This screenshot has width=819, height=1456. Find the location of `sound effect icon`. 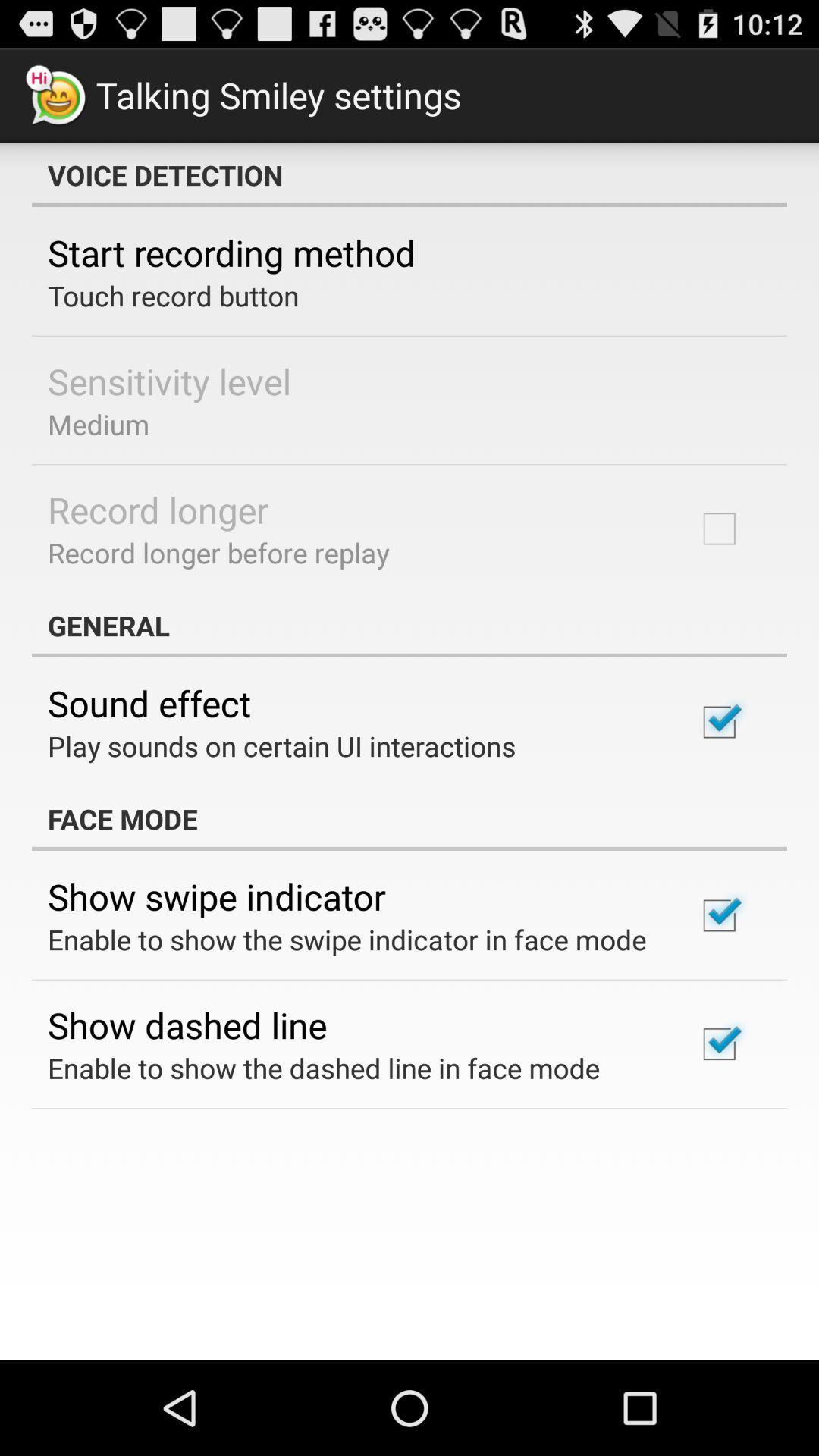

sound effect icon is located at coordinates (149, 702).